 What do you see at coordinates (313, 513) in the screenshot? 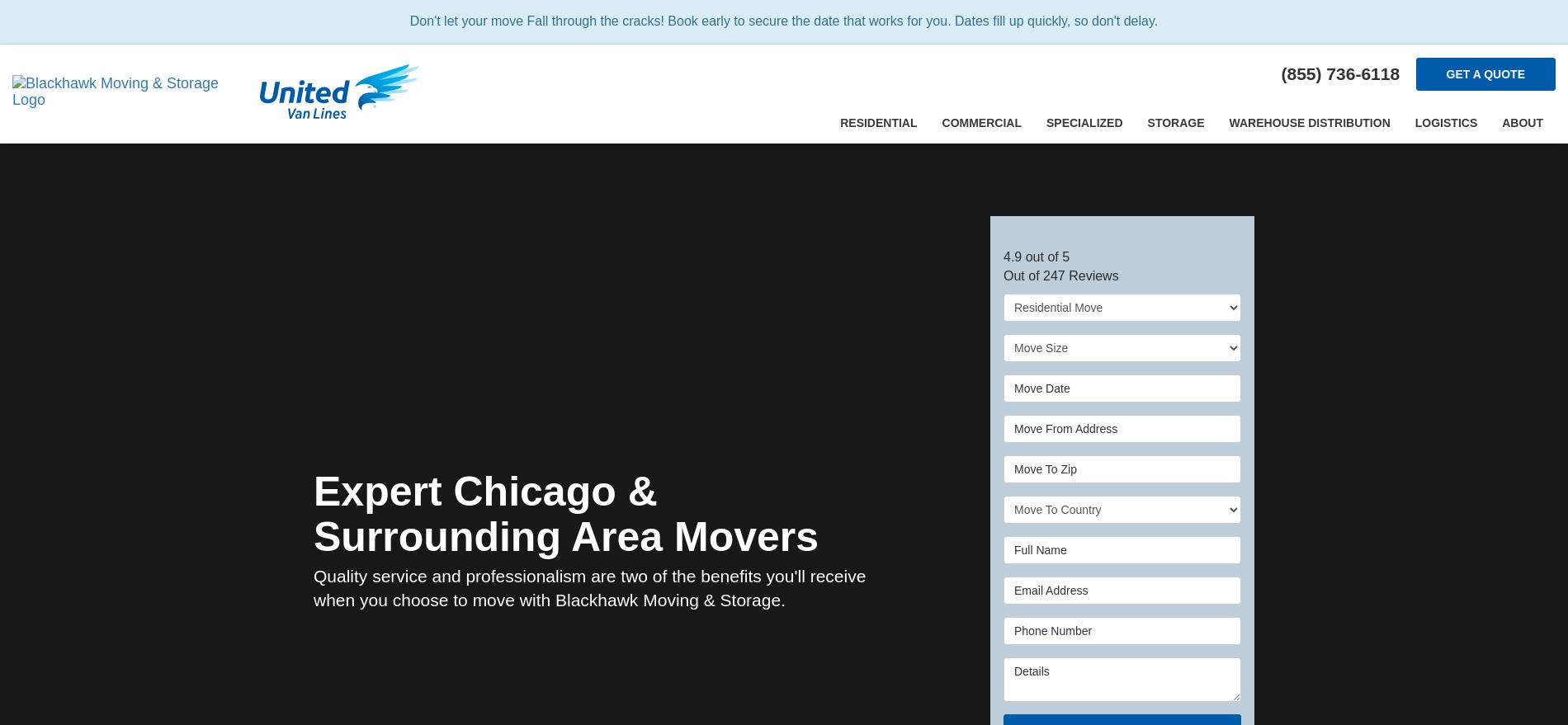
I see `'Expert Chicago & Surrounding Area Movers'` at bounding box center [313, 513].